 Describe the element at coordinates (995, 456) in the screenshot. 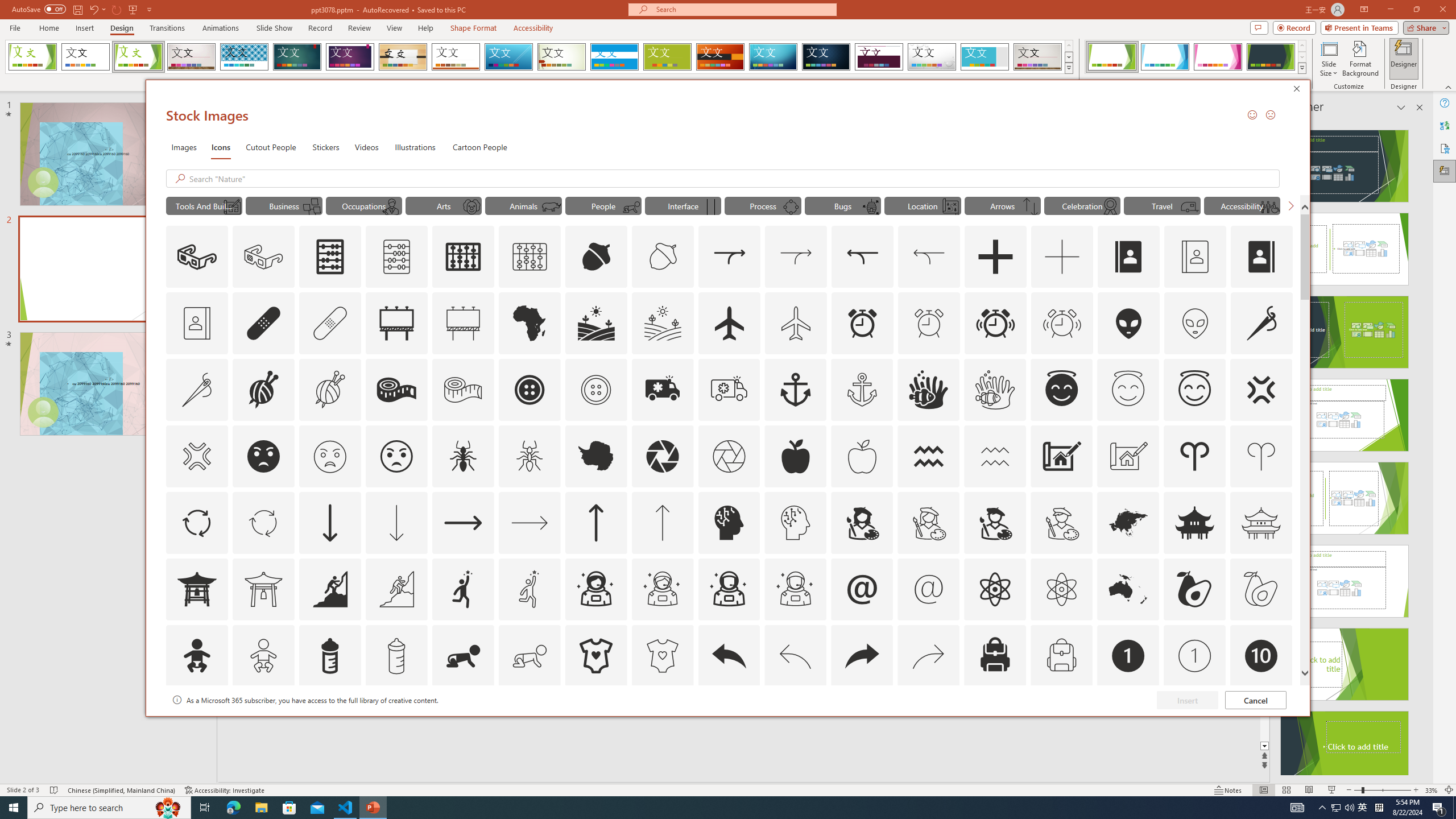

I see `'AutomationID: Icons_Aquarius_M'` at that location.